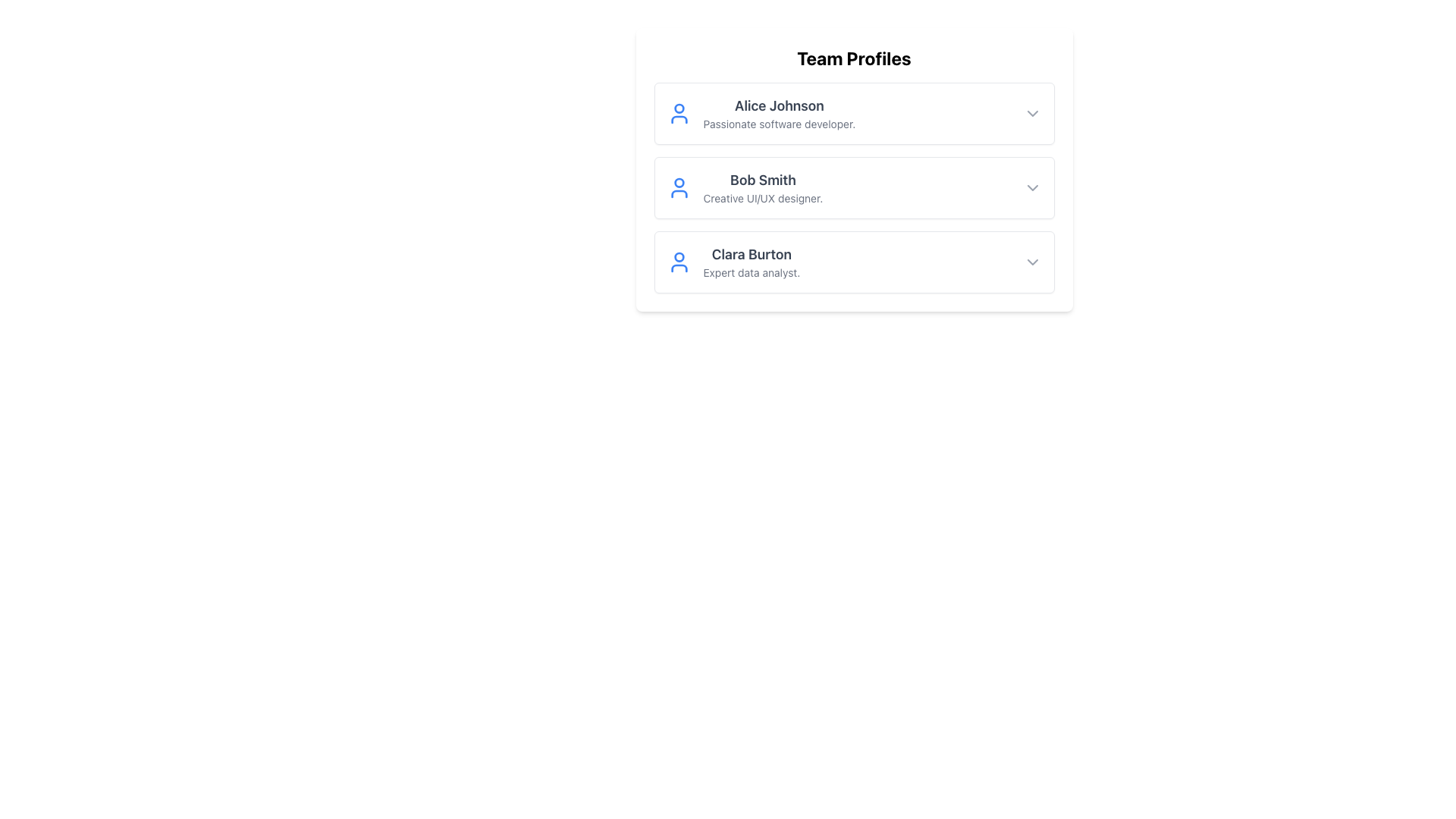 The width and height of the screenshot is (1456, 819). Describe the element at coordinates (1031, 262) in the screenshot. I see `the chevron-down icon button located at the far-right end of Clara Burton's profile details row` at that location.